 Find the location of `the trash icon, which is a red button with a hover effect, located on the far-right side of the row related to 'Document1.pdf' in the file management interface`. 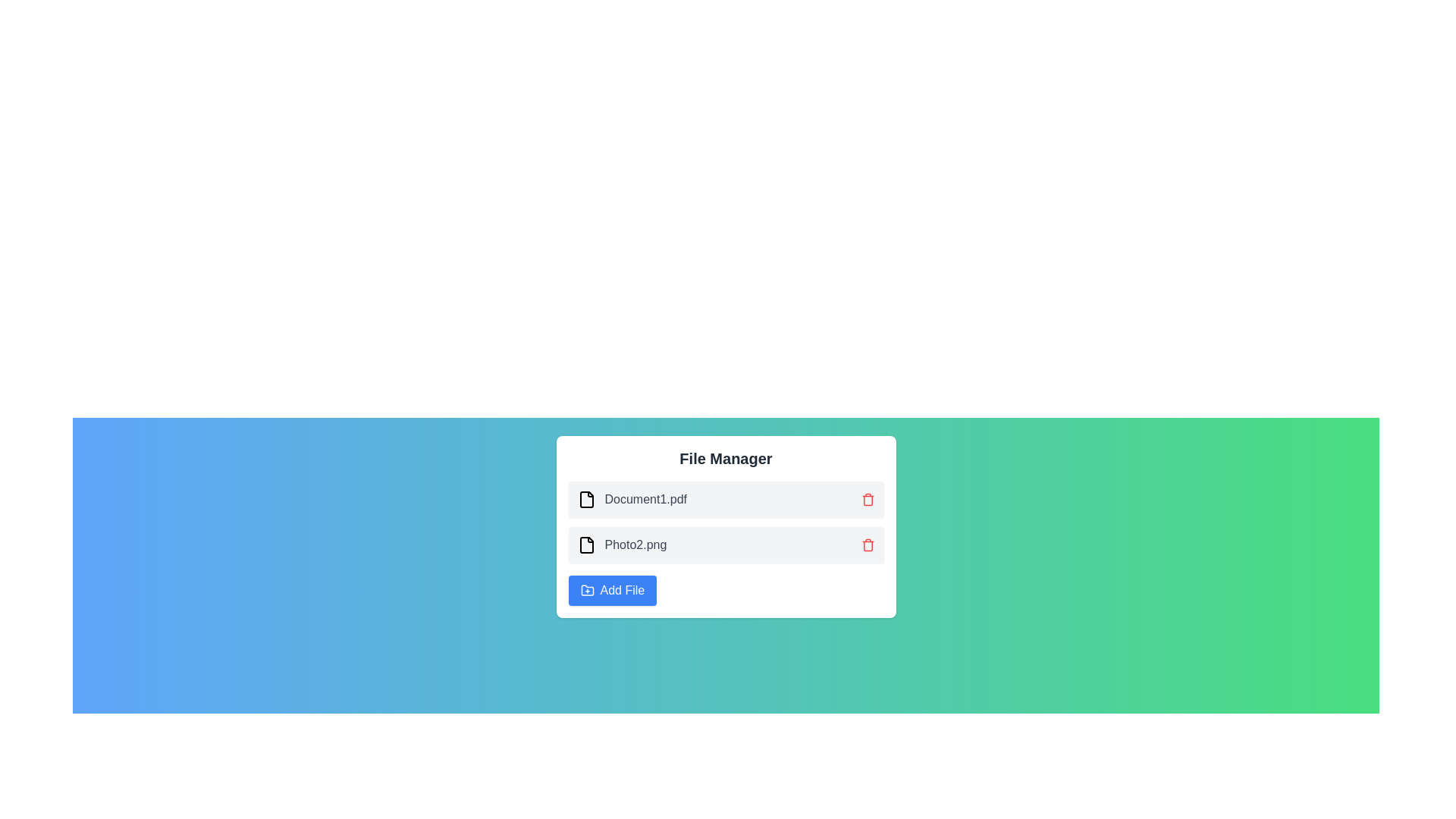

the trash icon, which is a red button with a hover effect, located on the far-right side of the row related to 'Document1.pdf' in the file management interface is located at coordinates (868, 500).